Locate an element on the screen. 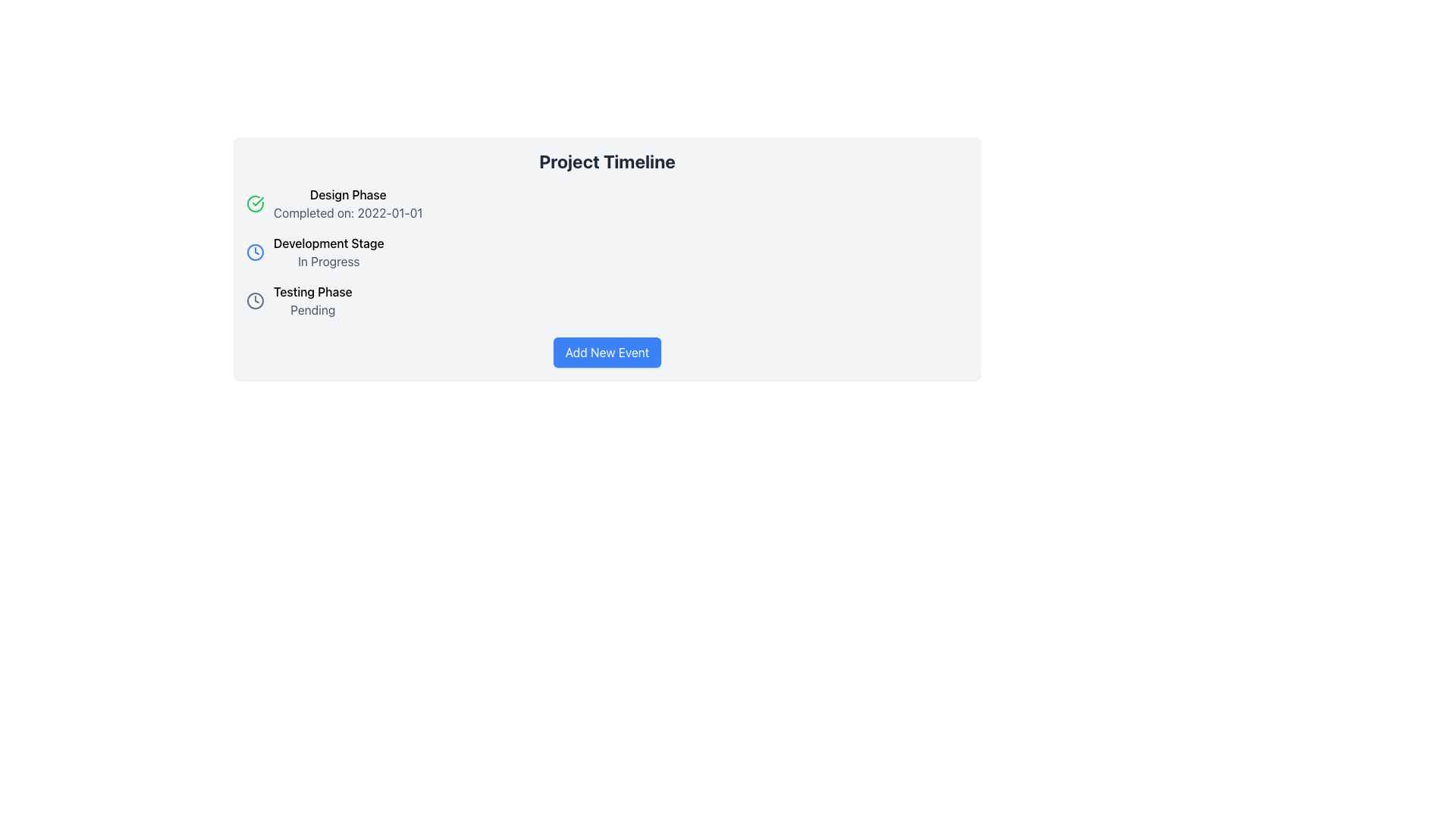  the static informational component that indicates the completion status of the design phase in the project timeline, located at the top of the list is located at coordinates (607, 203).